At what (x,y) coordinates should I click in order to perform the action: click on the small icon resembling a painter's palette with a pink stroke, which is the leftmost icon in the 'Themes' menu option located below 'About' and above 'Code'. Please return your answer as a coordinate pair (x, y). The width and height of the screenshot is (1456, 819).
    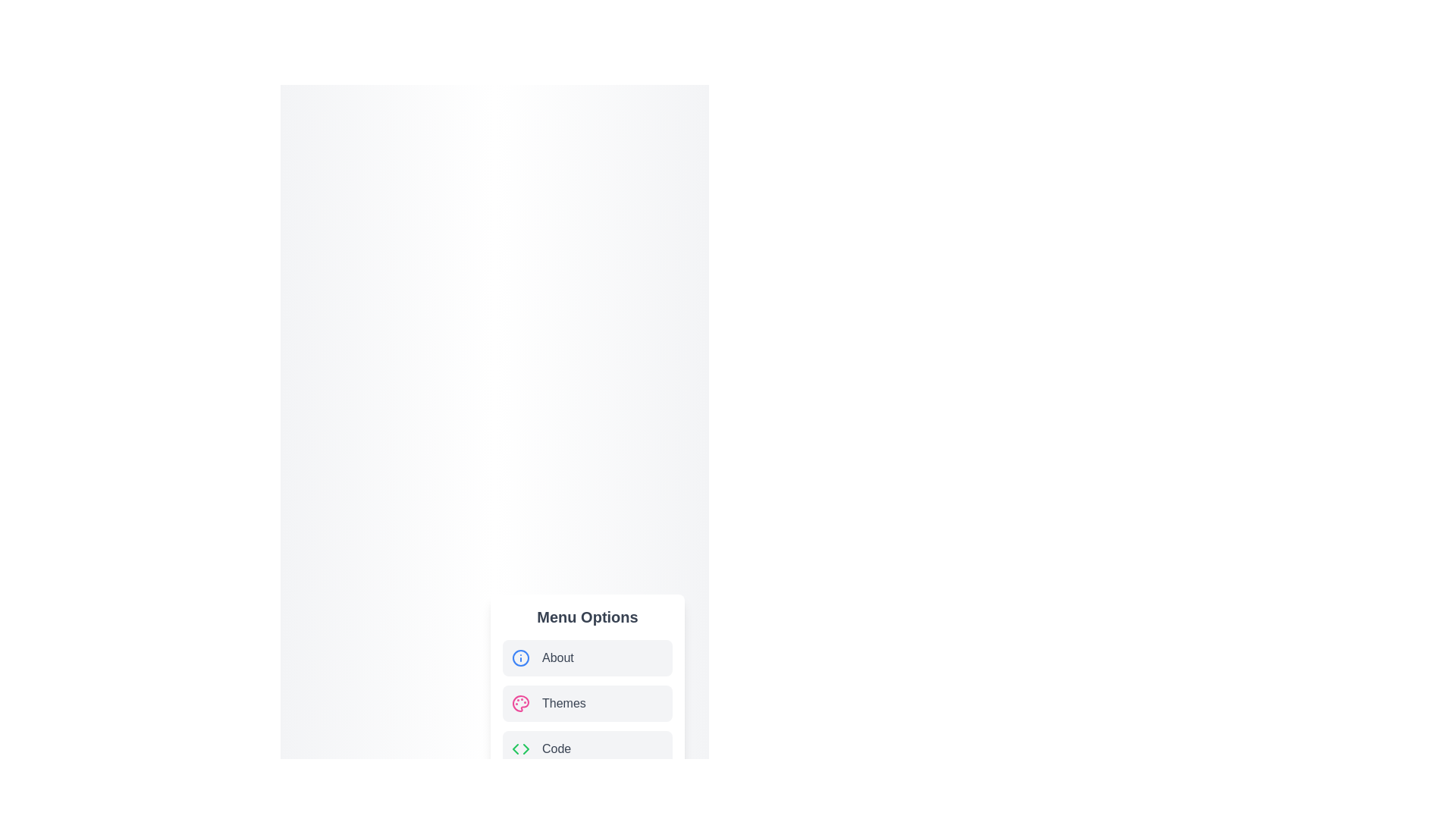
    Looking at the image, I should click on (520, 704).